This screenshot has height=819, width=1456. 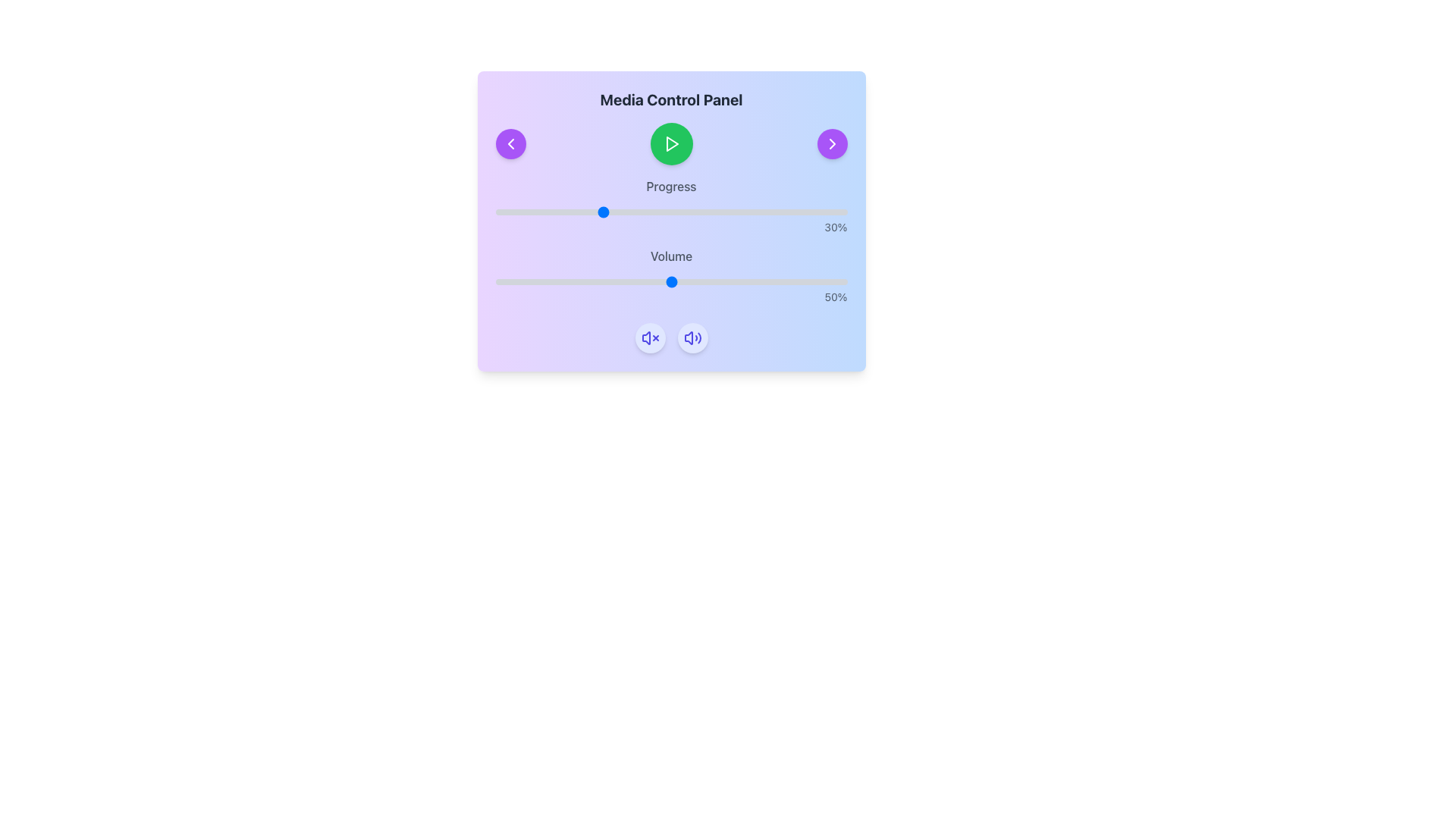 What do you see at coordinates (670, 143) in the screenshot?
I see `the circular green button with a white play icon` at bounding box center [670, 143].